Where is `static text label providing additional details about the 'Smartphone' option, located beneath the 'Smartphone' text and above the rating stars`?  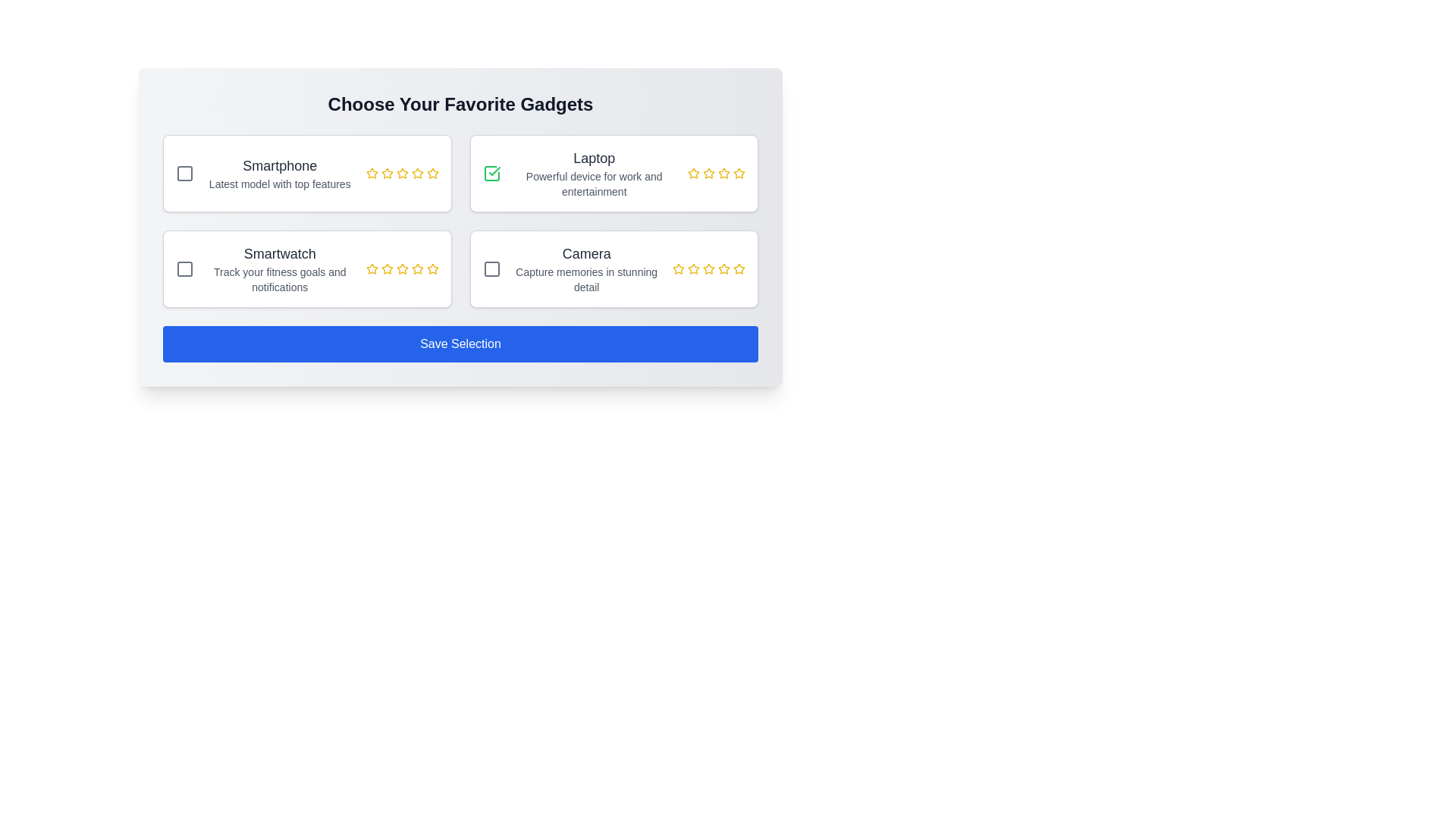
static text label providing additional details about the 'Smartphone' option, located beneath the 'Smartphone' text and above the rating stars is located at coordinates (280, 184).